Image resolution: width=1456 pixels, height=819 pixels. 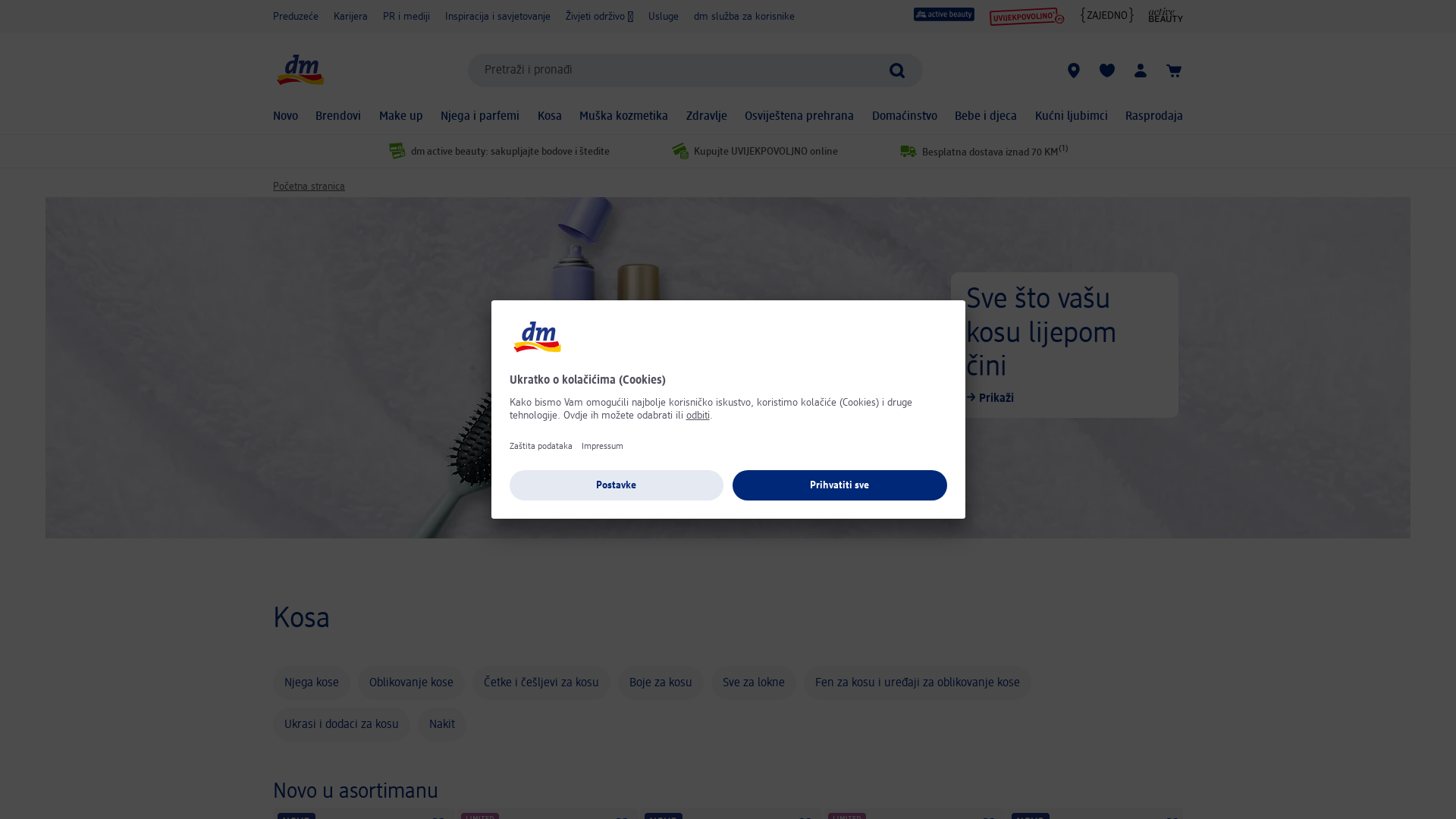 I want to click on 'Pokreni pretragu', so click(x=905, y=70).